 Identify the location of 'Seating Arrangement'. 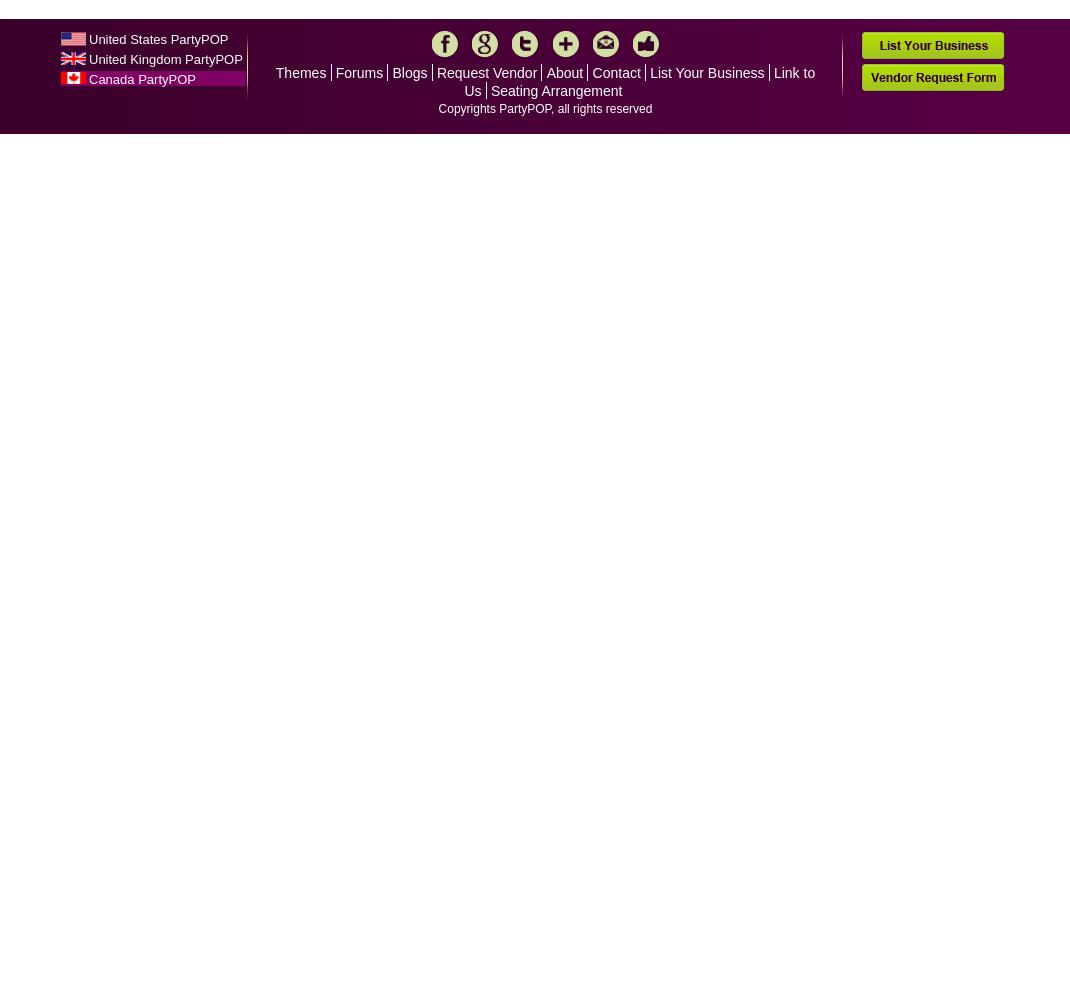
(554, 90).